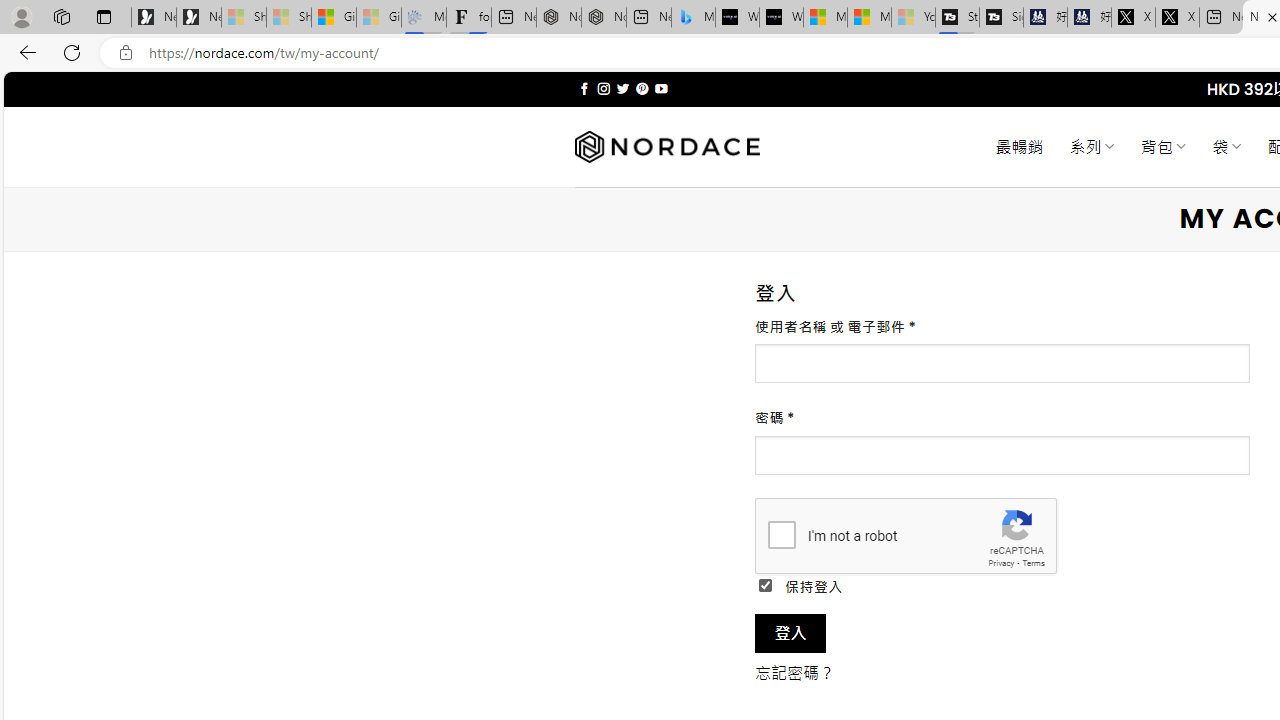 This screenshot has height=720, width=1280. I want to click on 'Microsoft Start', so click(869, 17).